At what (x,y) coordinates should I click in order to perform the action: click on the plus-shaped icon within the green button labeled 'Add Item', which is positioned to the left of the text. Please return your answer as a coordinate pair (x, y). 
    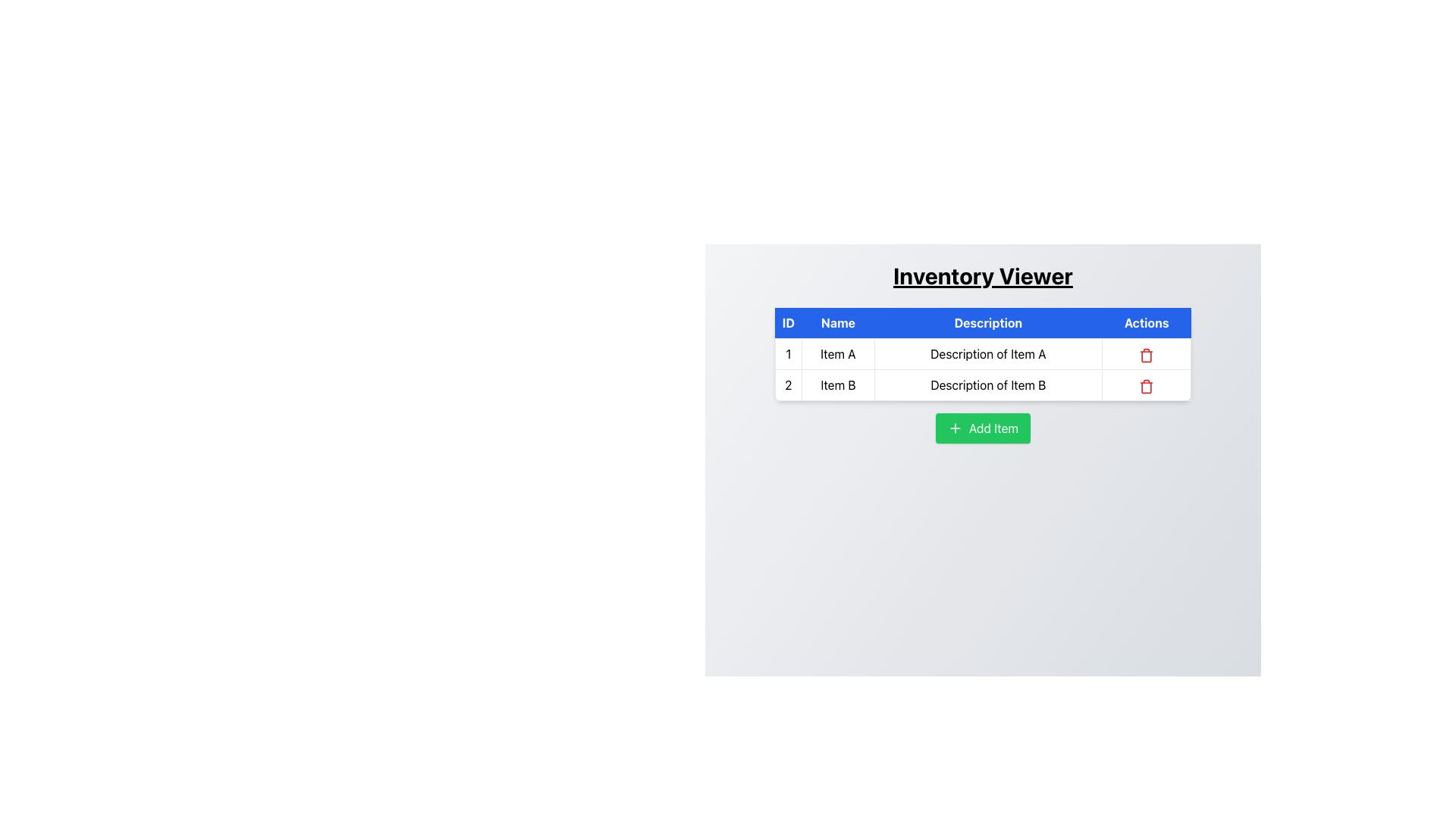
    Looking at the image, I should click on (954, 428).